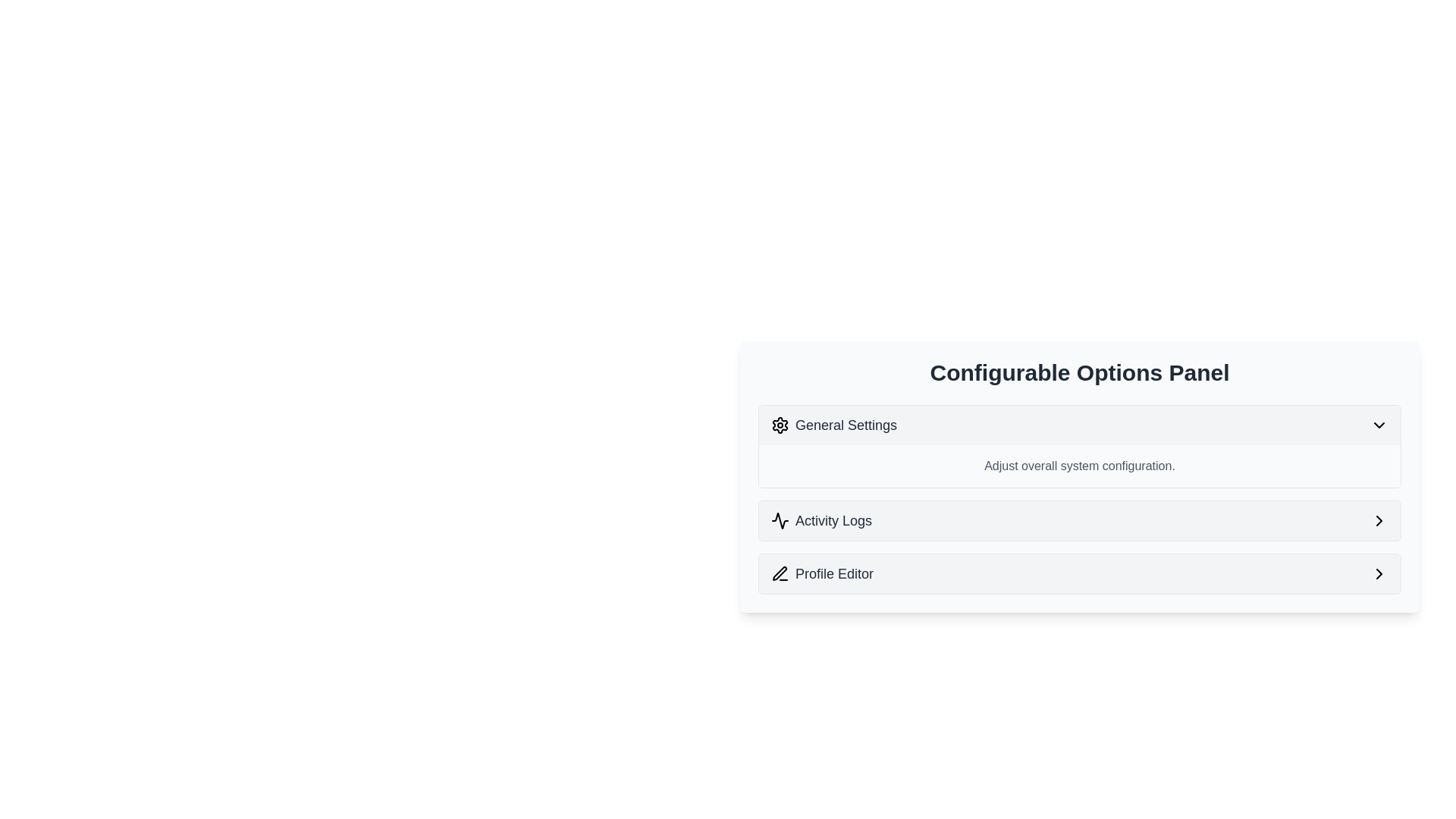 The image size is (1456, 819). Describe the element at coordinates (1079, 573) in the screenshot. I see `the third Button-like list item in the Configurable Options Panel` at that location.